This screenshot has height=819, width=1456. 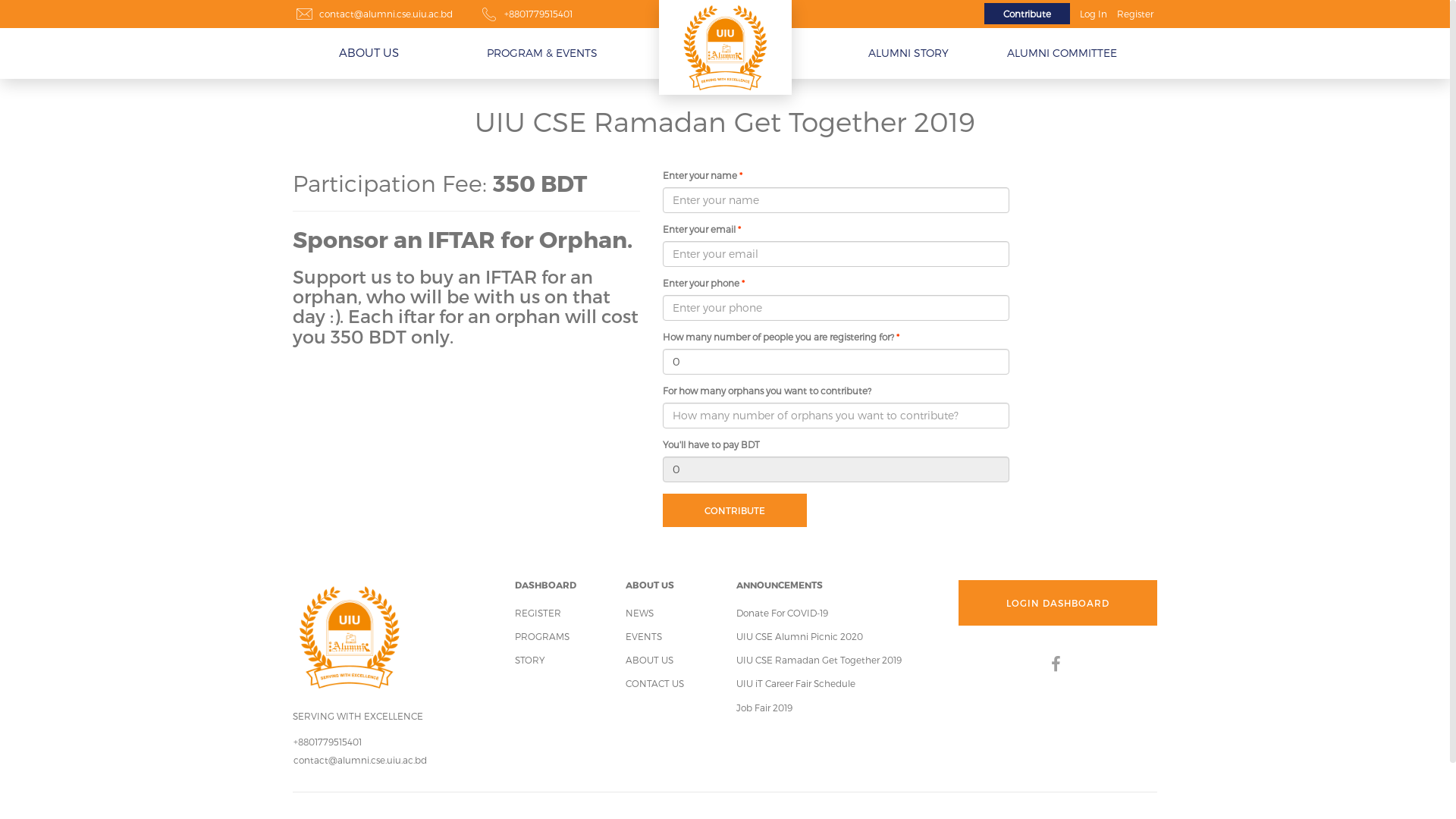 What do you see at coordinates (639, 611) in the screenshot?
I see `'NEWS'` at bounding box center [639, 611].